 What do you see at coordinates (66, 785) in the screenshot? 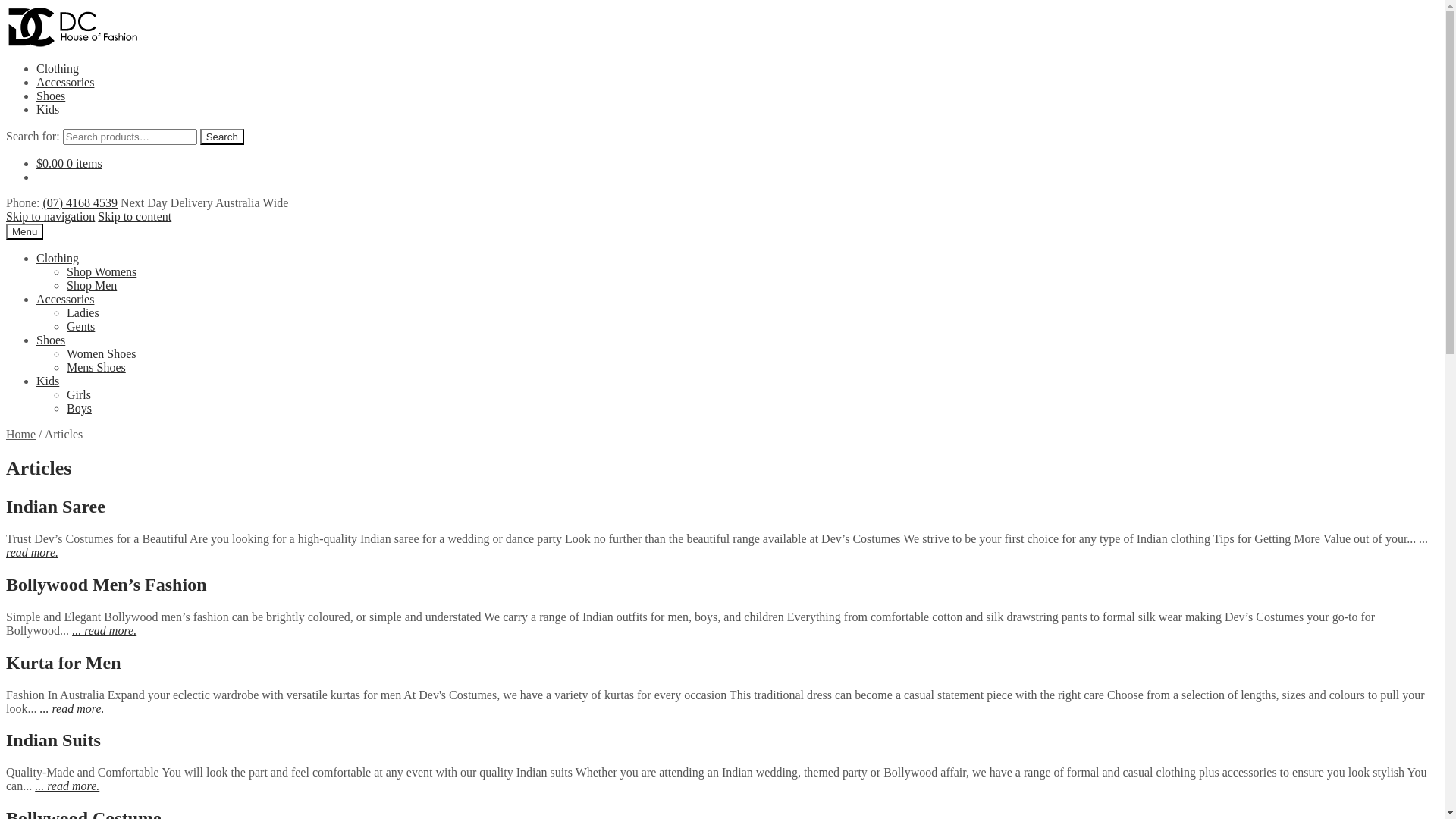
I see `'... read more.'` at bounding box center [66, 785].